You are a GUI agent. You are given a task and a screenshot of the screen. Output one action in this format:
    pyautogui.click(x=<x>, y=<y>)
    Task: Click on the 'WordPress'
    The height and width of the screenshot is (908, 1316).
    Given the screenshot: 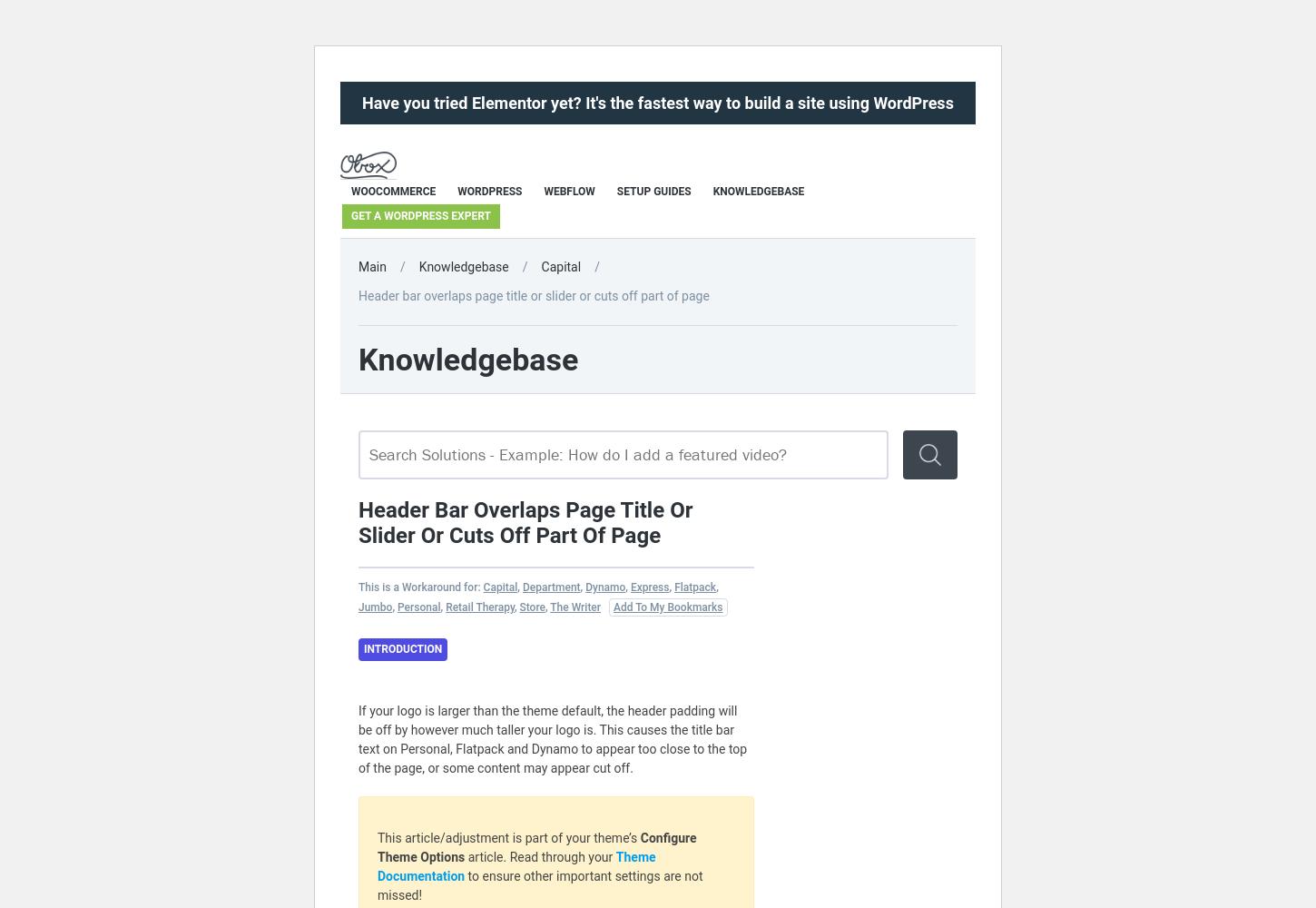 What is the action you would take?
    pyautogui.click(x=489, y=190)
    